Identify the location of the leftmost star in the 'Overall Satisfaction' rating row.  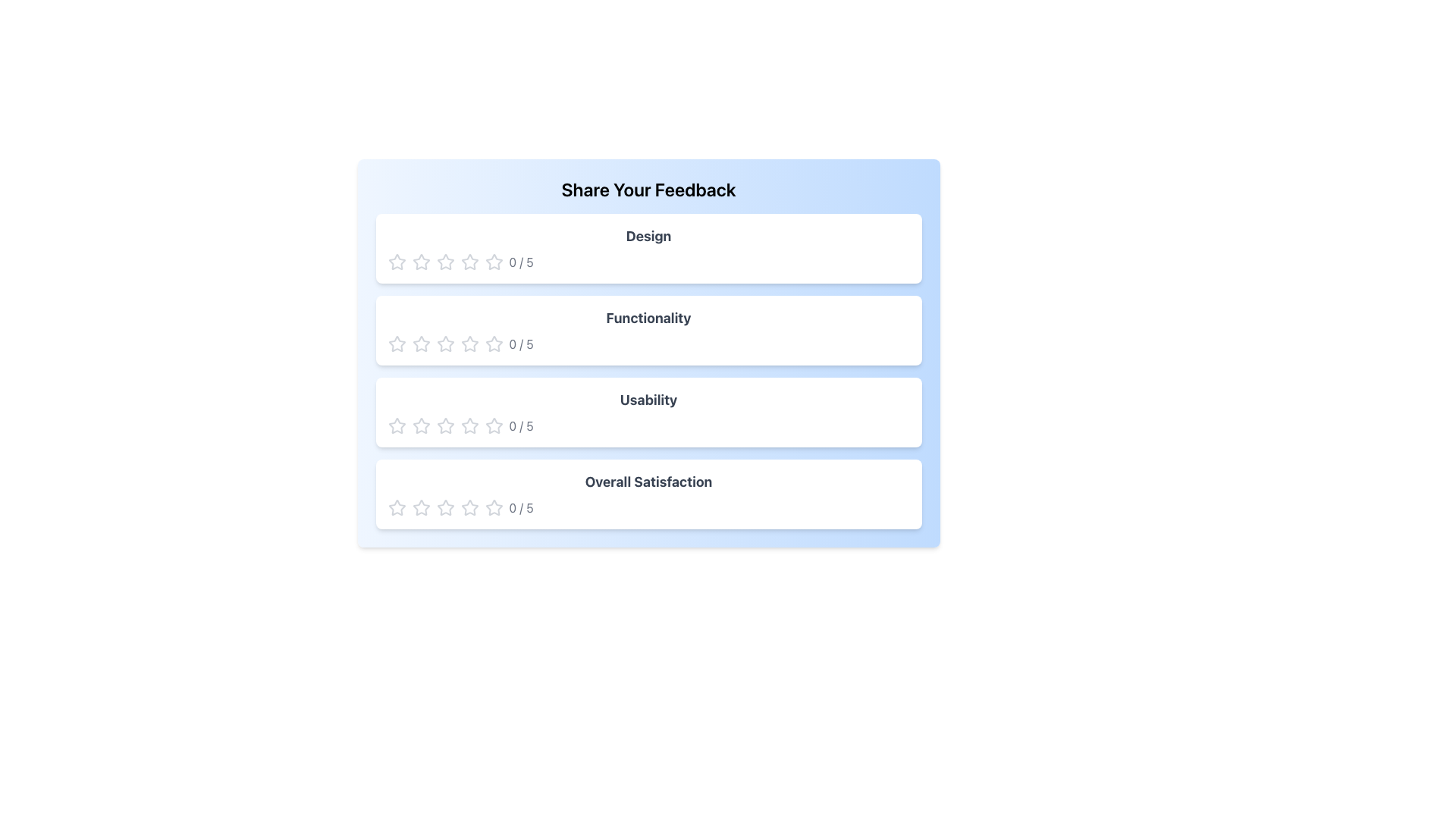
(444, 507).